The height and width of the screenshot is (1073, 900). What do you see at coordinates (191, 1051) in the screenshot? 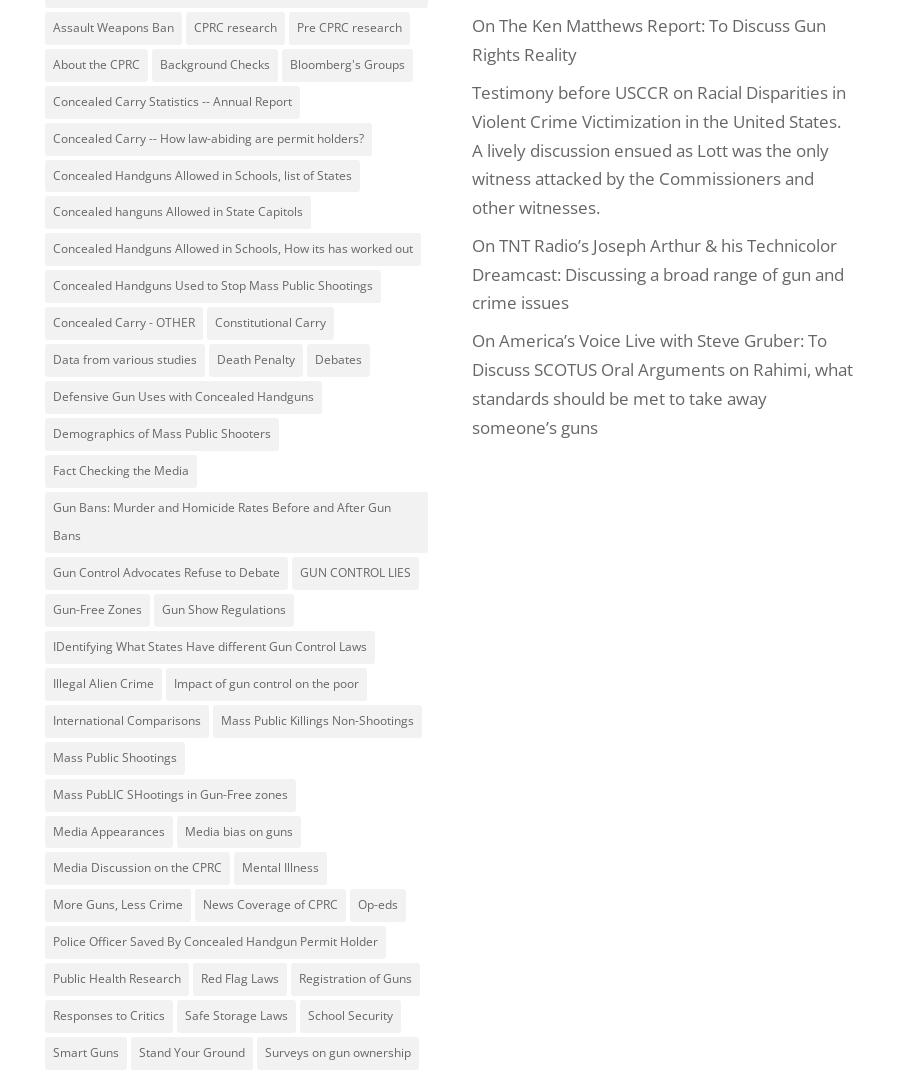
I see `'Stand Your Ground'` at bounding box center [191, 1051].